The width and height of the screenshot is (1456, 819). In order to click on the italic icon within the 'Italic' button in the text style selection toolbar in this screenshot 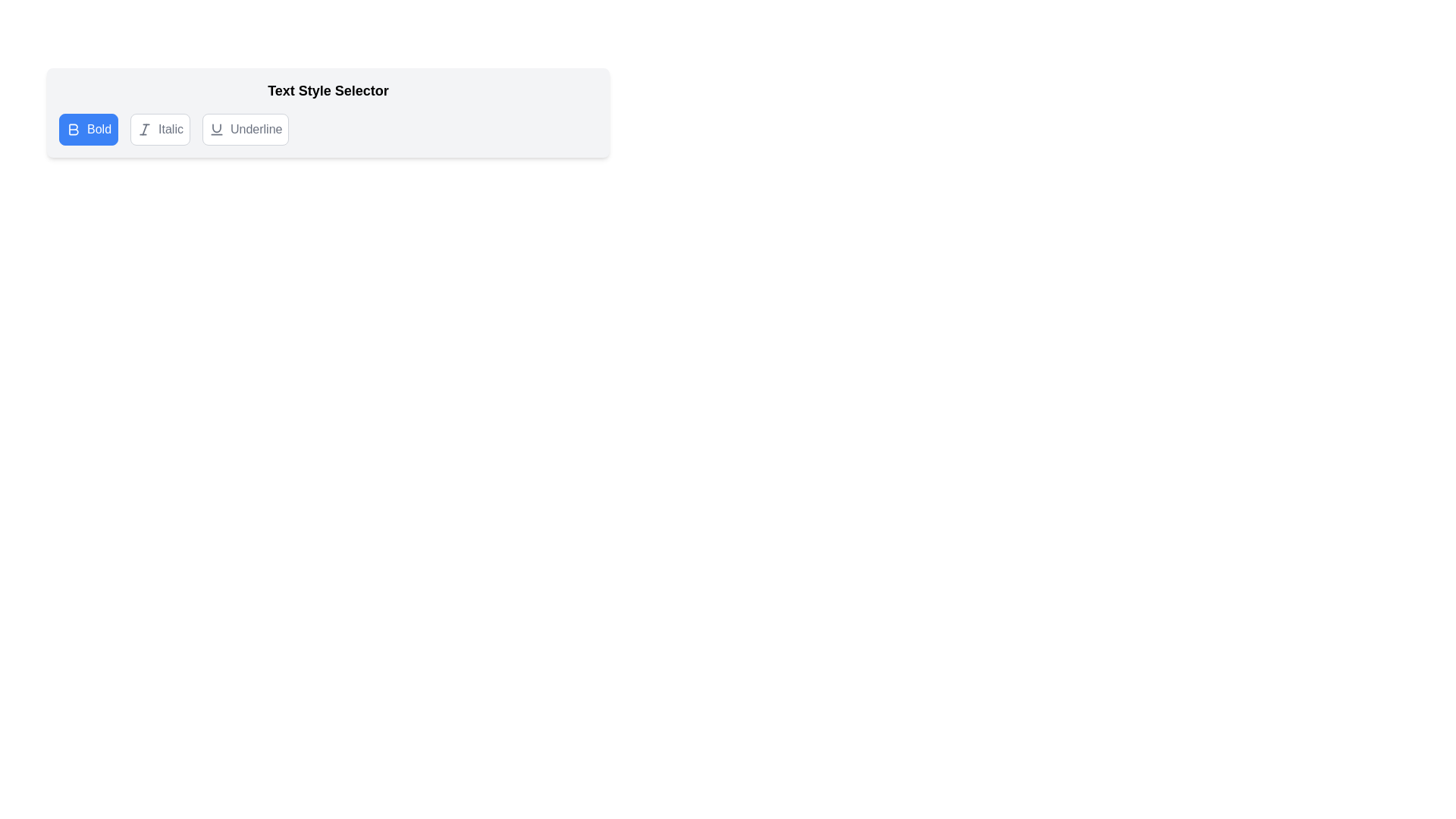, I will do `click(145, 128)`.